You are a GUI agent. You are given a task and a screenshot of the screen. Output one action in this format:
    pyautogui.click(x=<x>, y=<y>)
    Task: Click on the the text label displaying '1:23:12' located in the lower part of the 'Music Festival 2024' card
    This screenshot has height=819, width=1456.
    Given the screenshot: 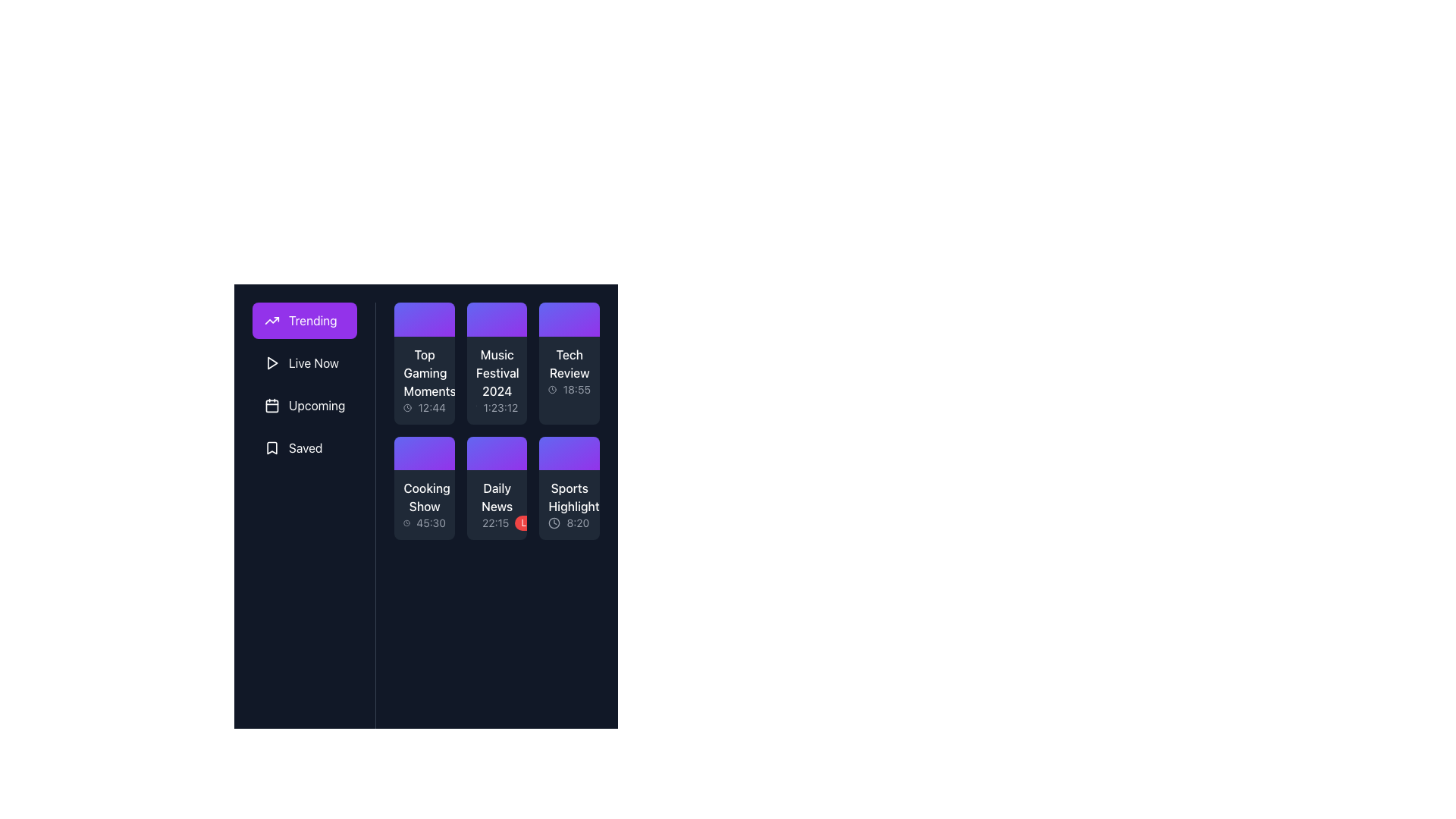 What is the action you would take?
    pyautogui.click(x=500, y=406)
    